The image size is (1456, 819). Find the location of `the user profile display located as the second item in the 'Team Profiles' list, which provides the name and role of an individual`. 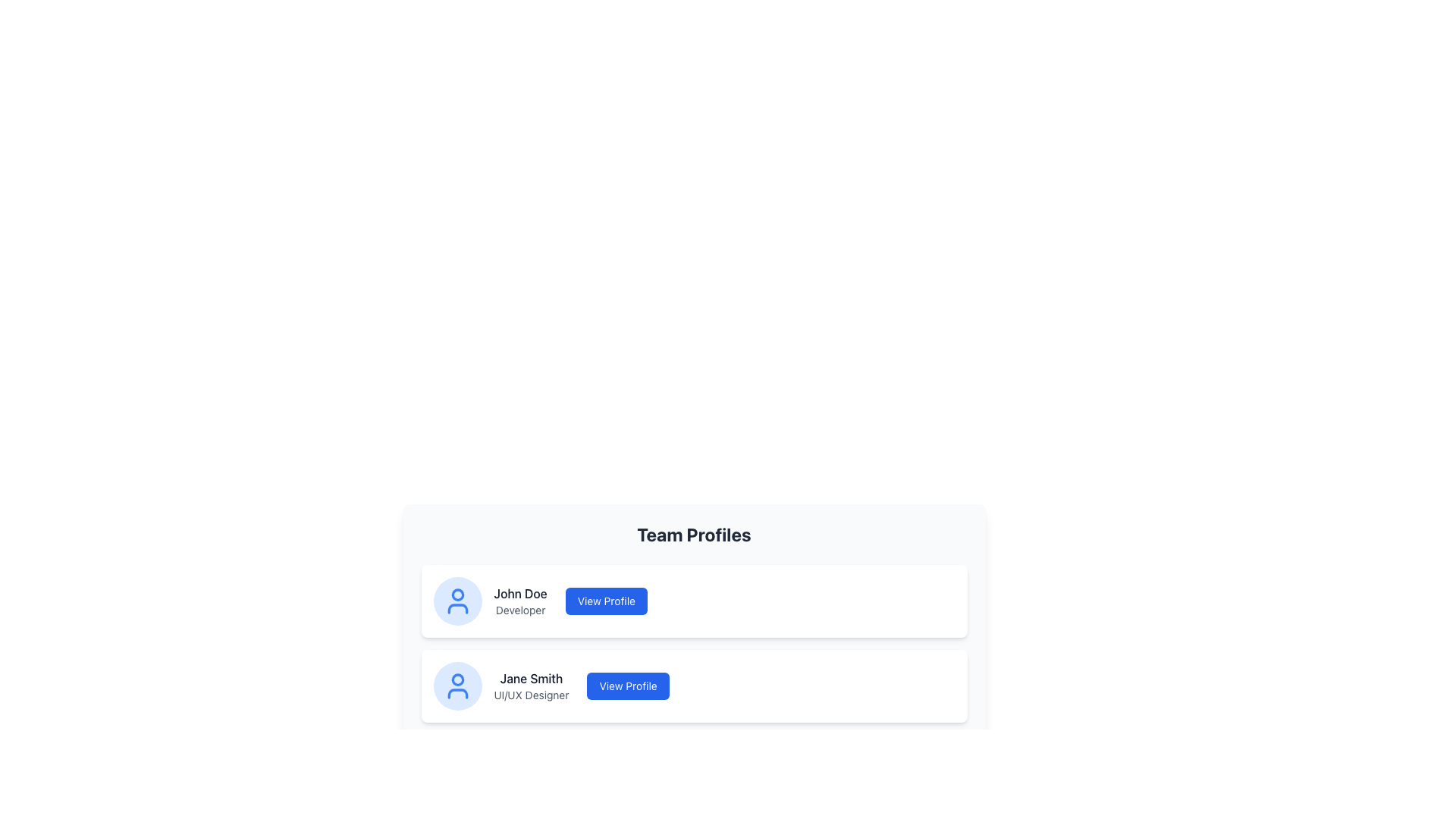

the user profile display located as the second item in the 'Team Profiles' list, which provides the name and role of an individual is located at coordinates (693, 686).